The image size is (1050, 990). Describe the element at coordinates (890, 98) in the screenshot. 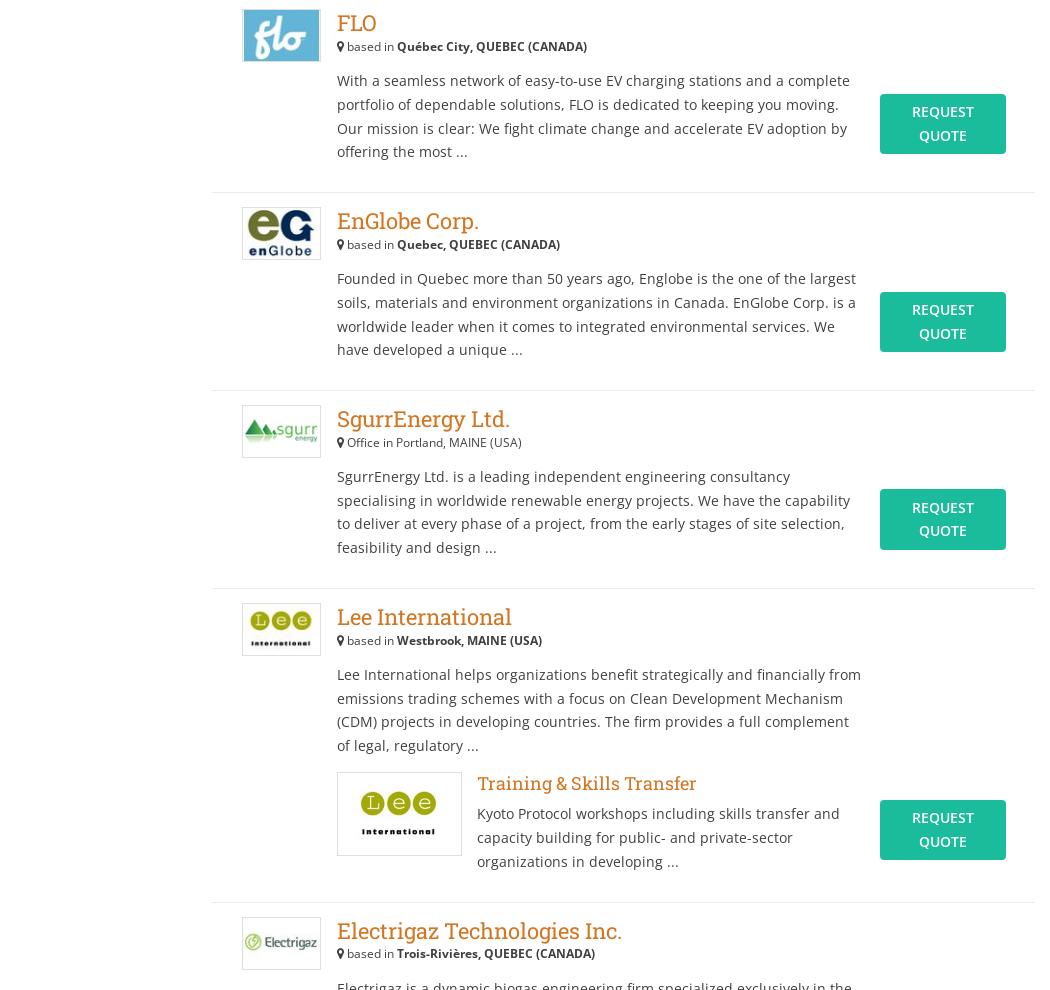

I see `'Medical XPRT'` at that location.